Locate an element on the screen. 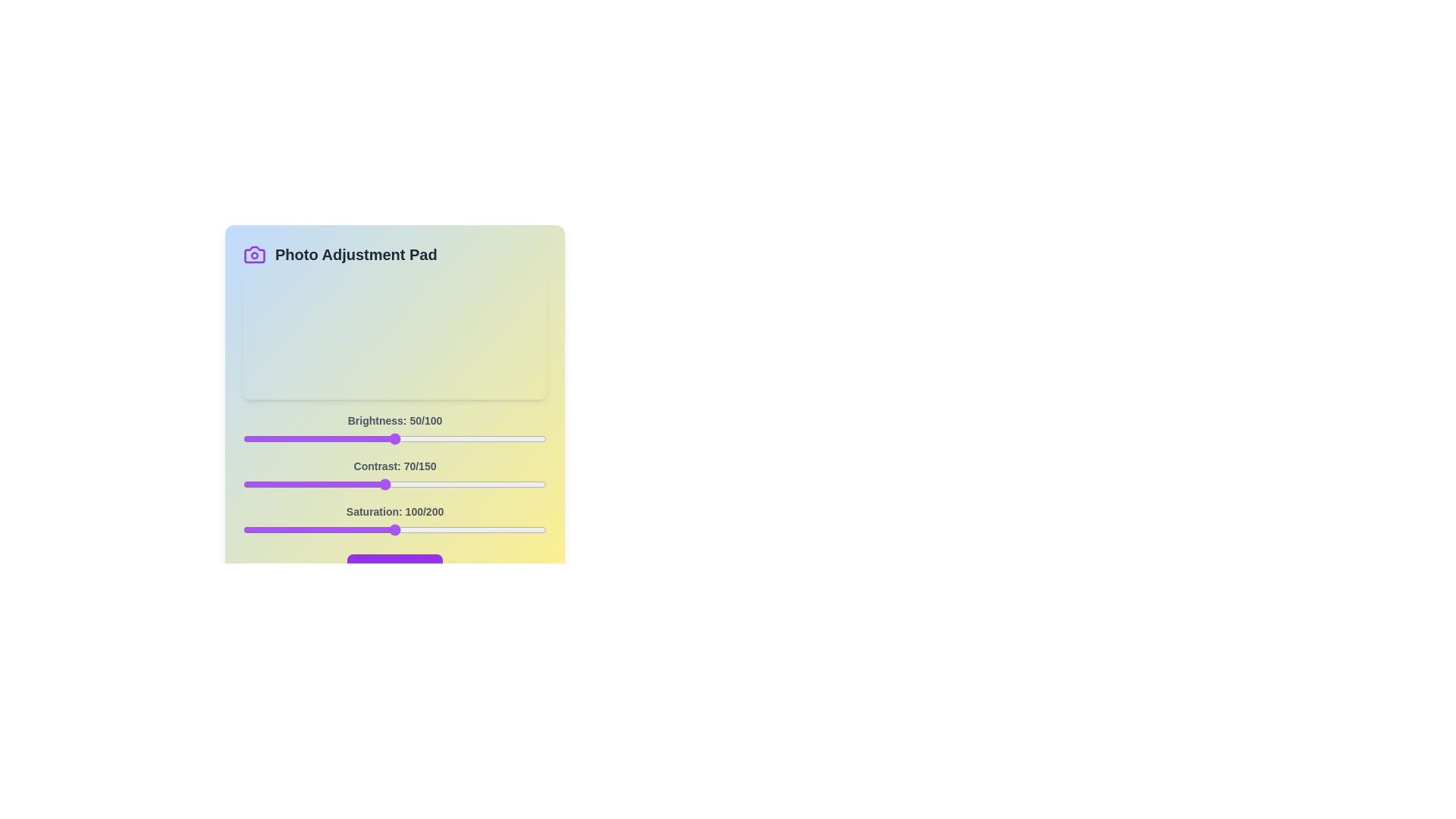 The height and width of the screenshot is (819, 1456). the 0 slider to 52 is located at coordinates (400, 438).